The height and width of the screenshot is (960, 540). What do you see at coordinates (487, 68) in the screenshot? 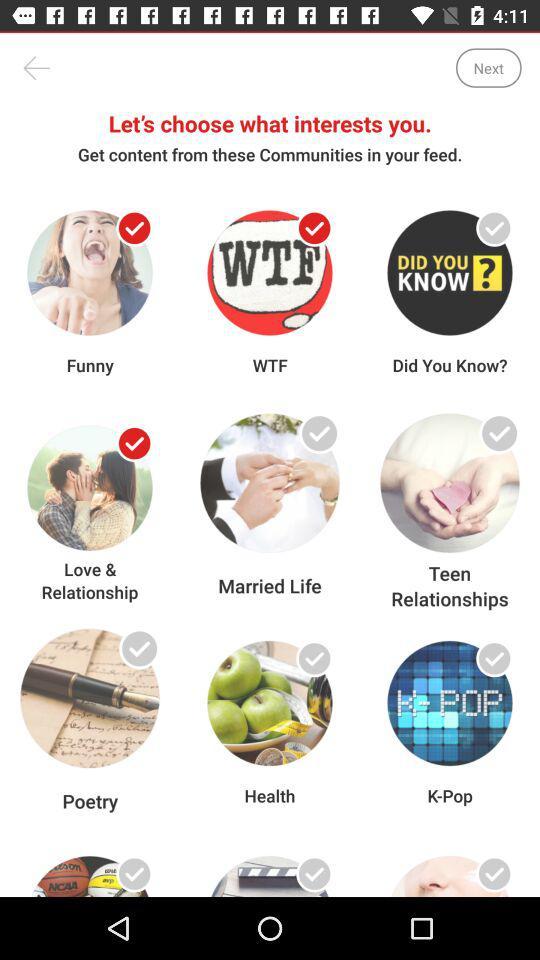
I see `the next icon` at bounding box center [487, 68].